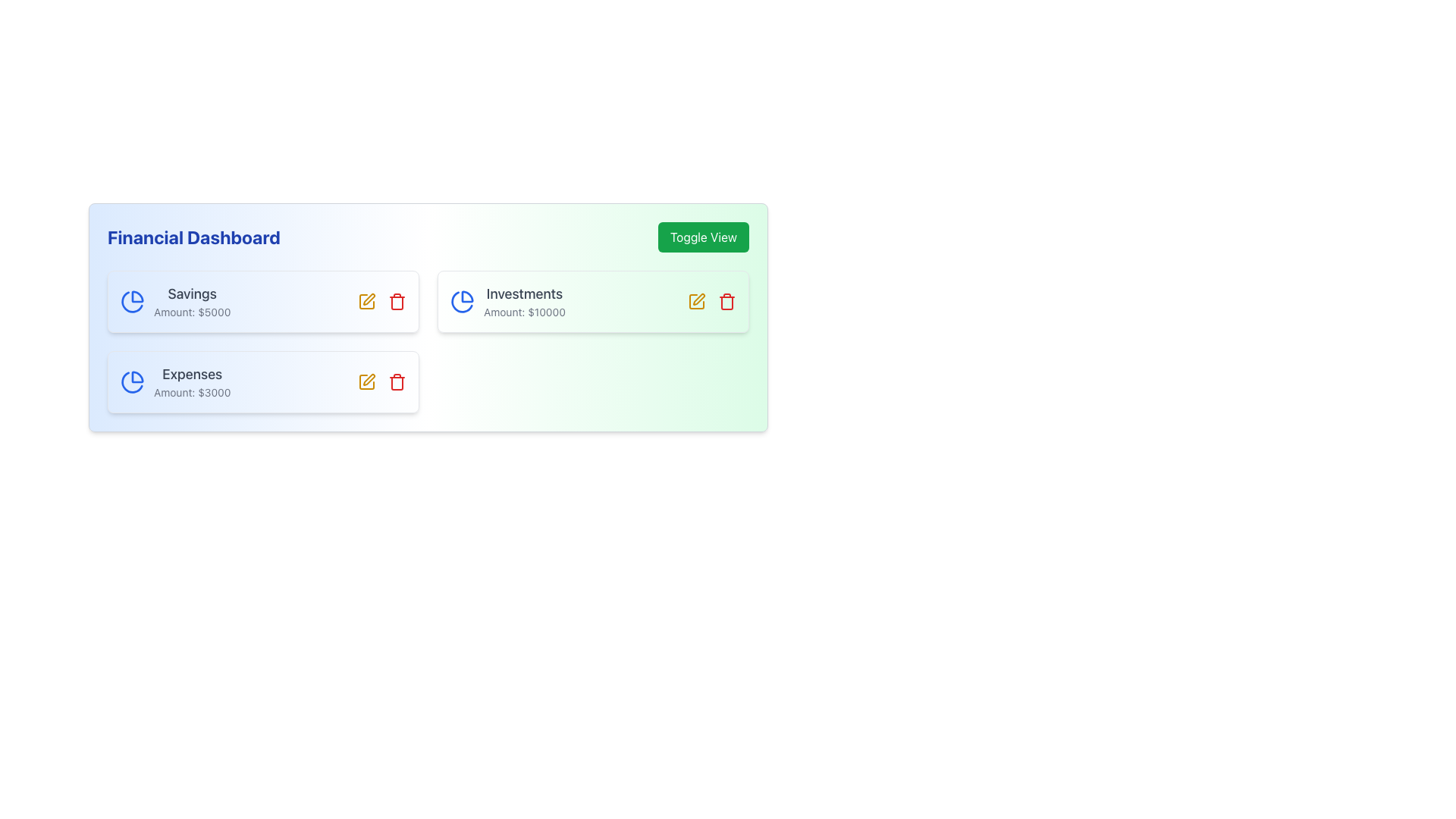 This screenshot has height=819, width=1456. What do you see at coordinates (695, 301) in the screenshot?
I see `the SVG graphic icon representing the editing function for the 'Investments' category, located to the right of the 'Investments' label` at bounding box center [695, 301].